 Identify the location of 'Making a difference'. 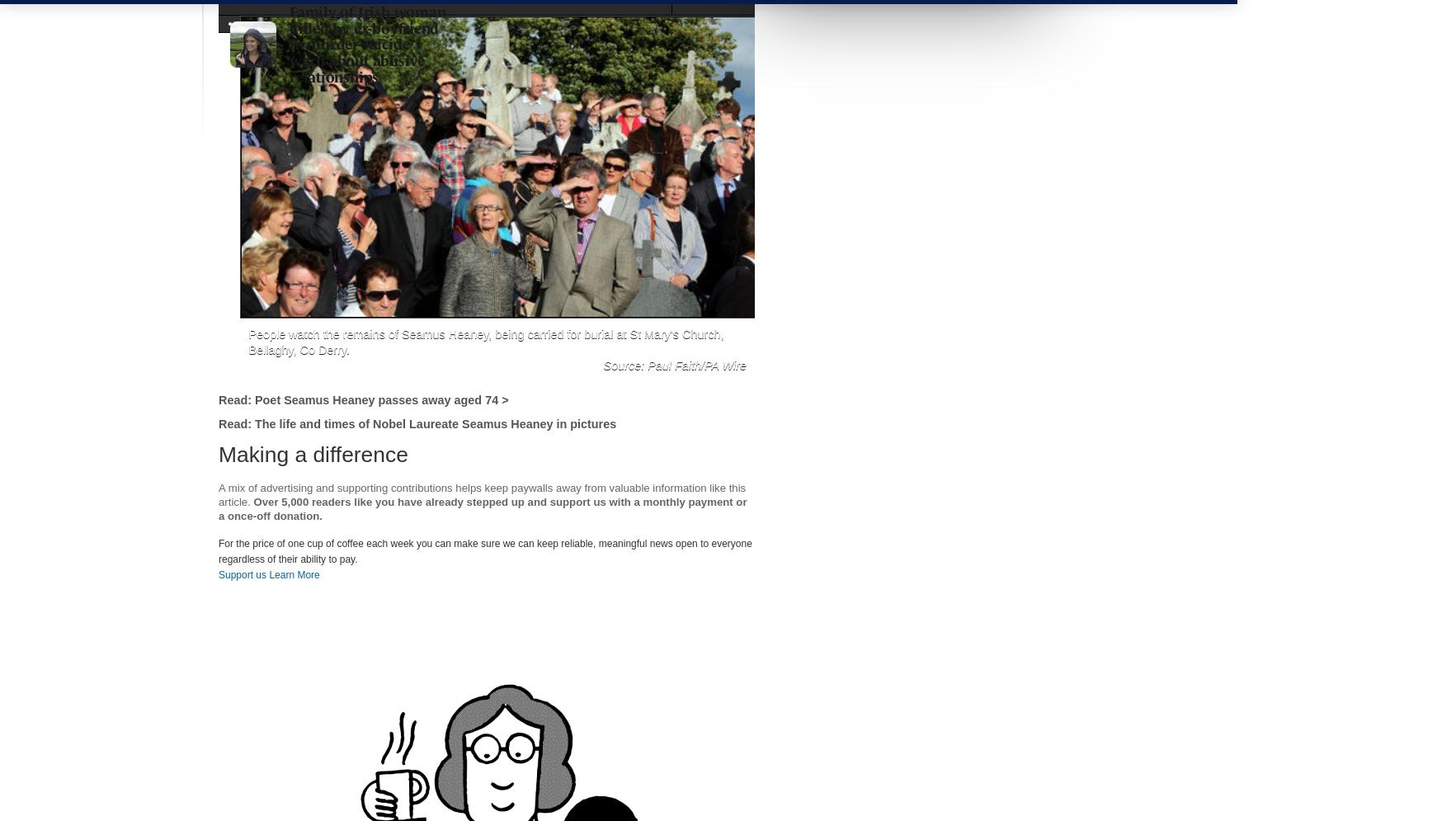
(312, 455).